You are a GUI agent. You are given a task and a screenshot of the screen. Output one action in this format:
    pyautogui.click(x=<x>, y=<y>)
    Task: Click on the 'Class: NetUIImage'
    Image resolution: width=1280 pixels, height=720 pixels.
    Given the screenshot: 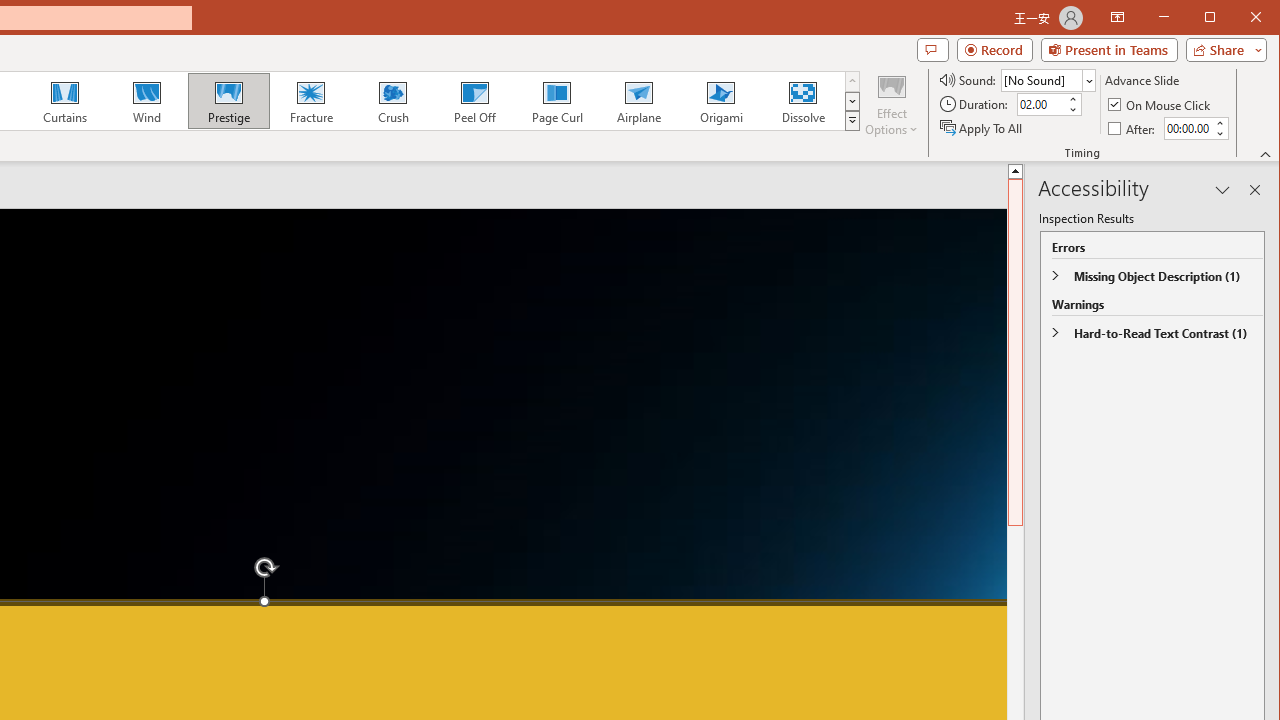 What is the action you would take?
    pyautogui.click(x=853, y=120)
    